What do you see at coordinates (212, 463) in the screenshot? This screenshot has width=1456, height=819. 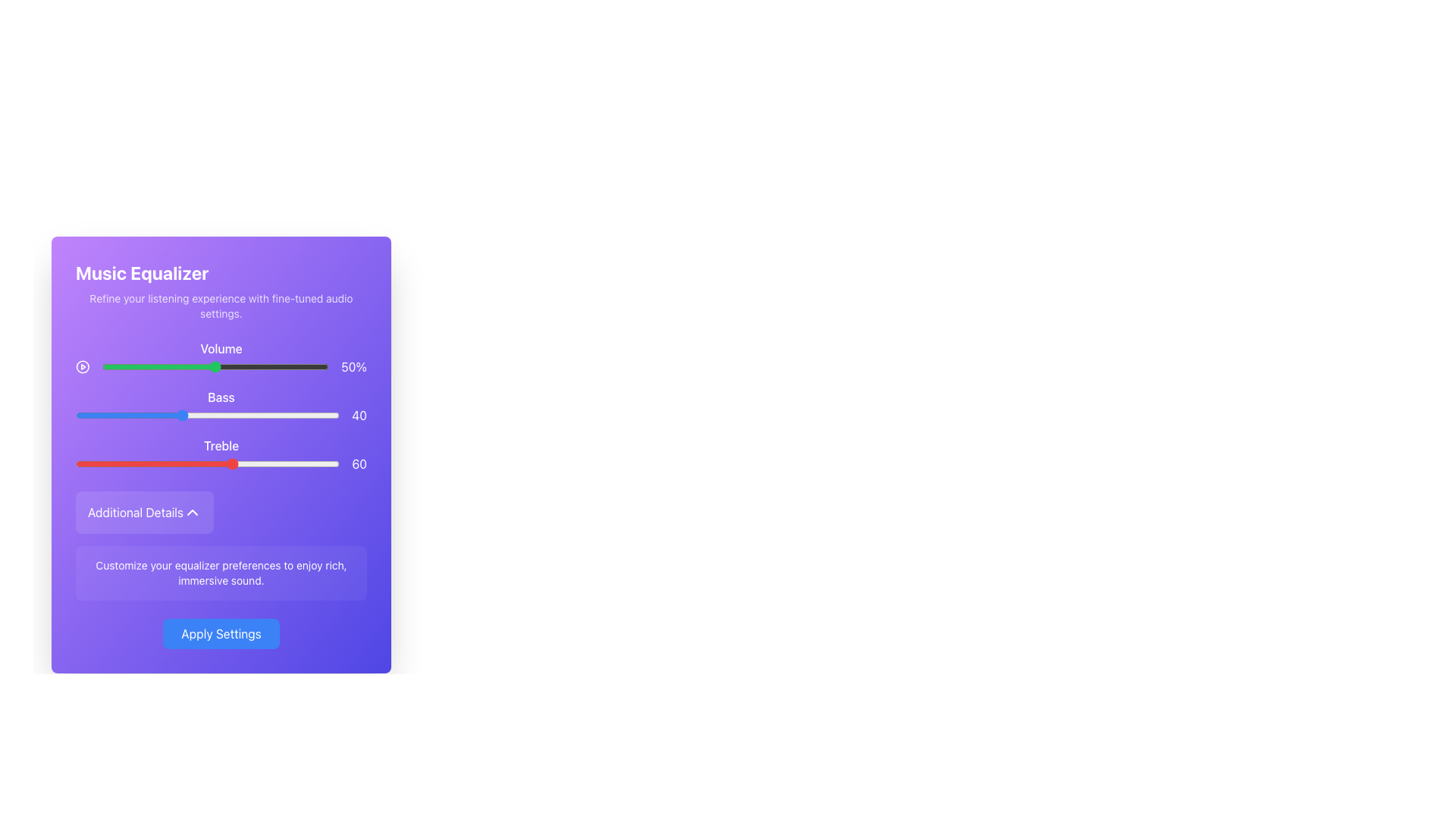 I see `the Treble` at bounding box center [212, 463].